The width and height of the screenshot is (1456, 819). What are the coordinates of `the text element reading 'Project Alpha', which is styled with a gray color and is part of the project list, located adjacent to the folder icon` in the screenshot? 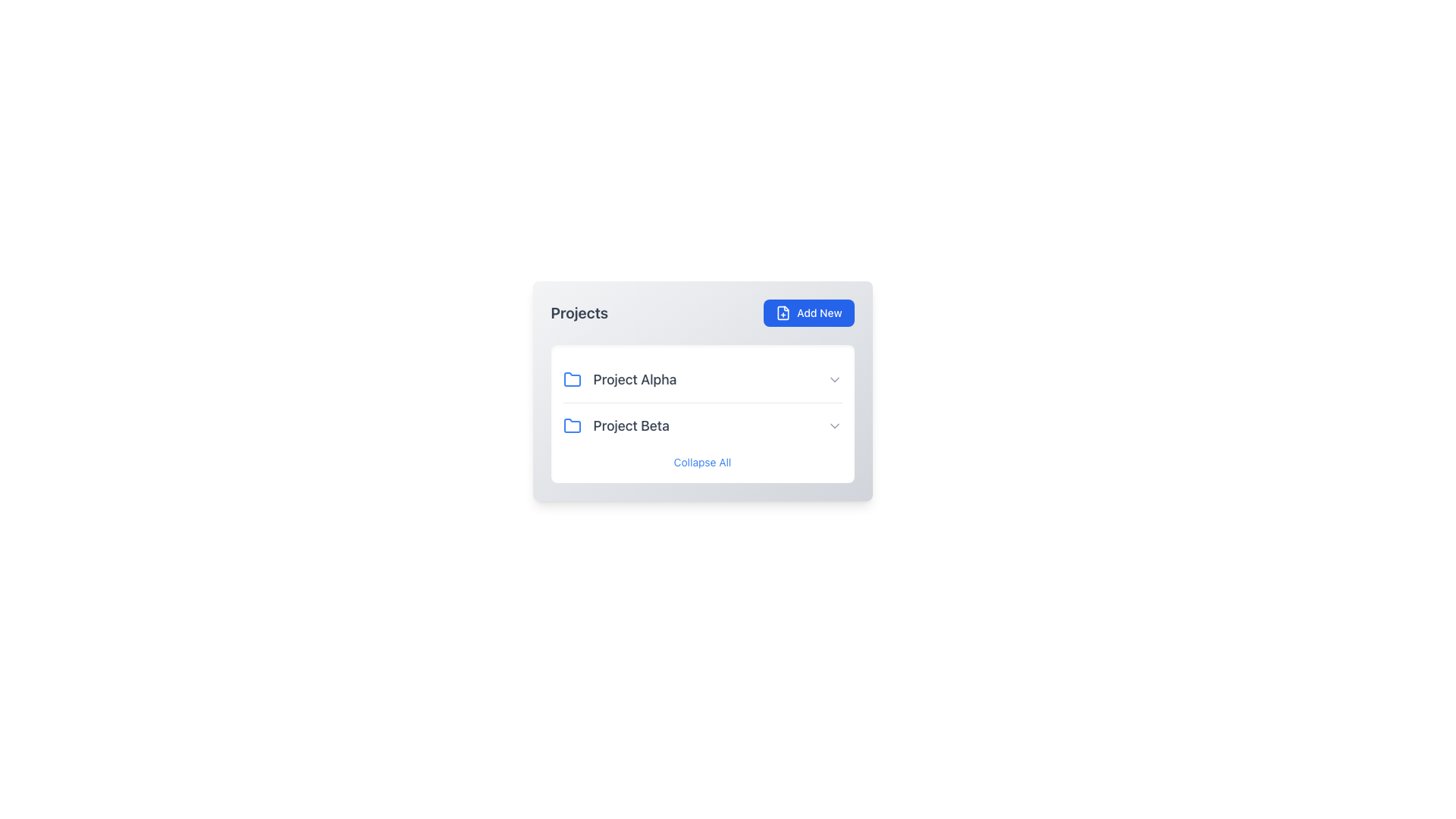 It's located at (635, 379).